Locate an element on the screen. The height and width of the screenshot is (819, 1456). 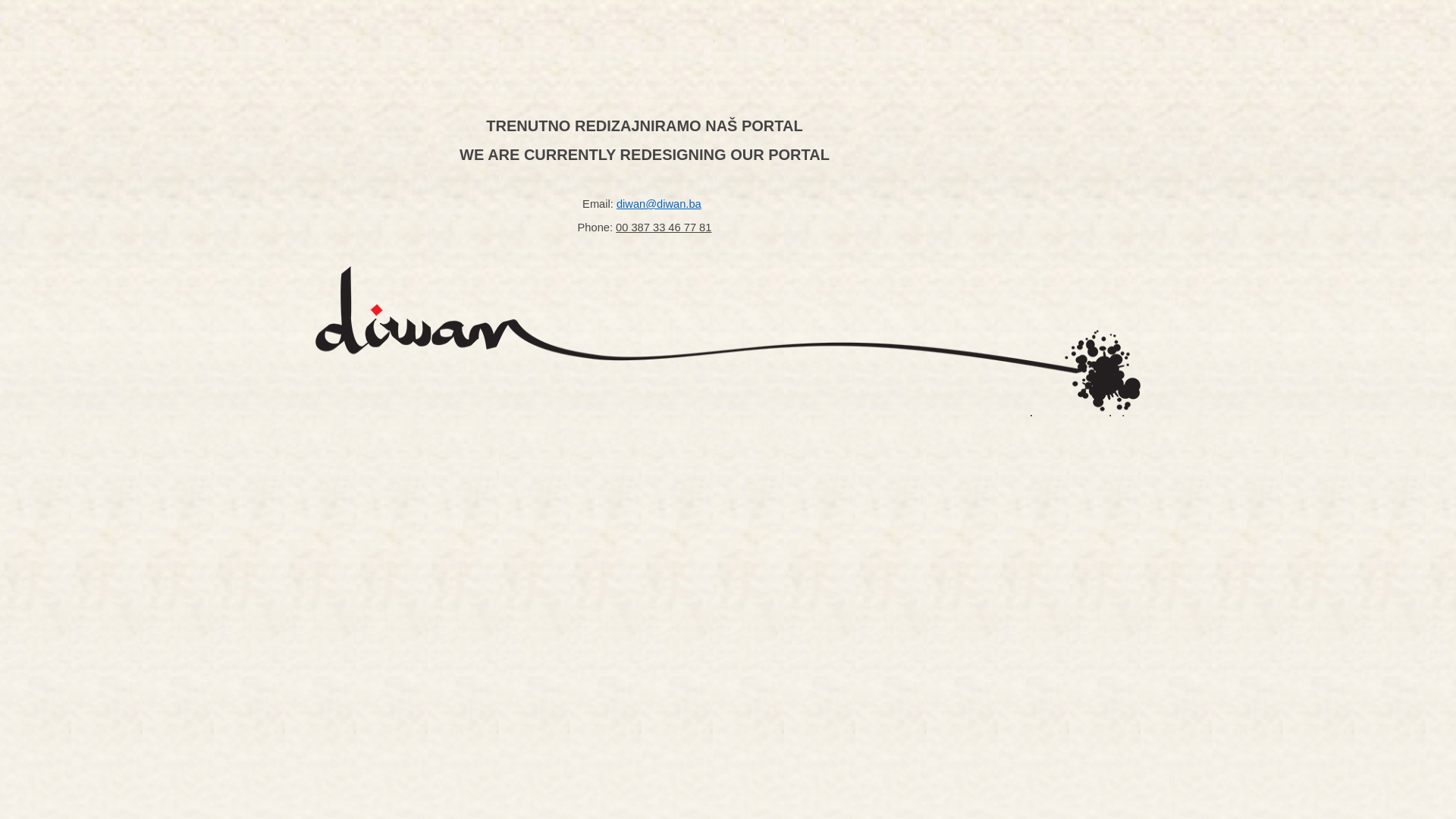
'diwan@diwan.ba' is located at coordinates (658, 203).